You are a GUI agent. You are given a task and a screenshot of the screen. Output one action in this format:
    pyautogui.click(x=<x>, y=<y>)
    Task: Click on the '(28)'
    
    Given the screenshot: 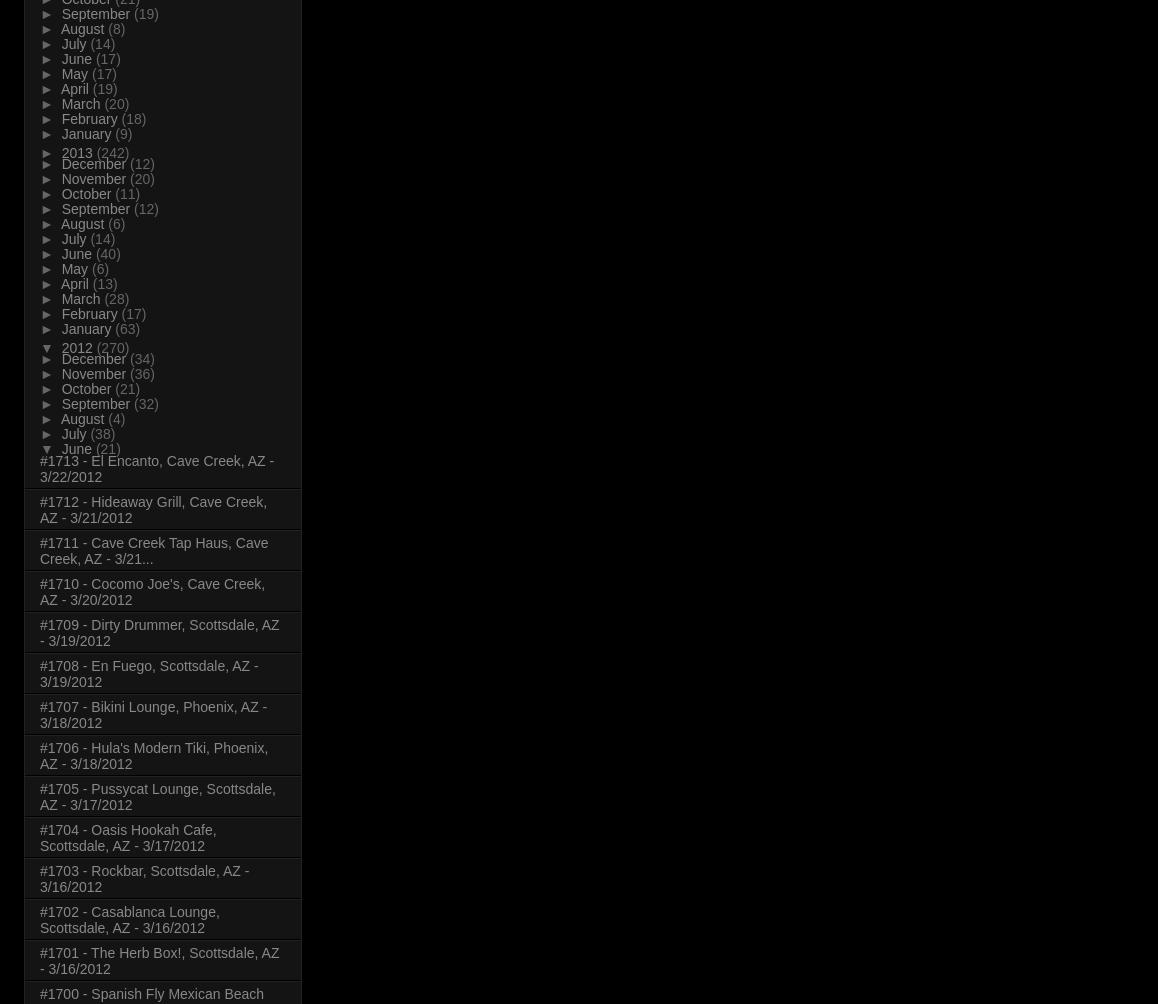 What is the action you would take?
    pyautogui.click(x=103, y=298)
    